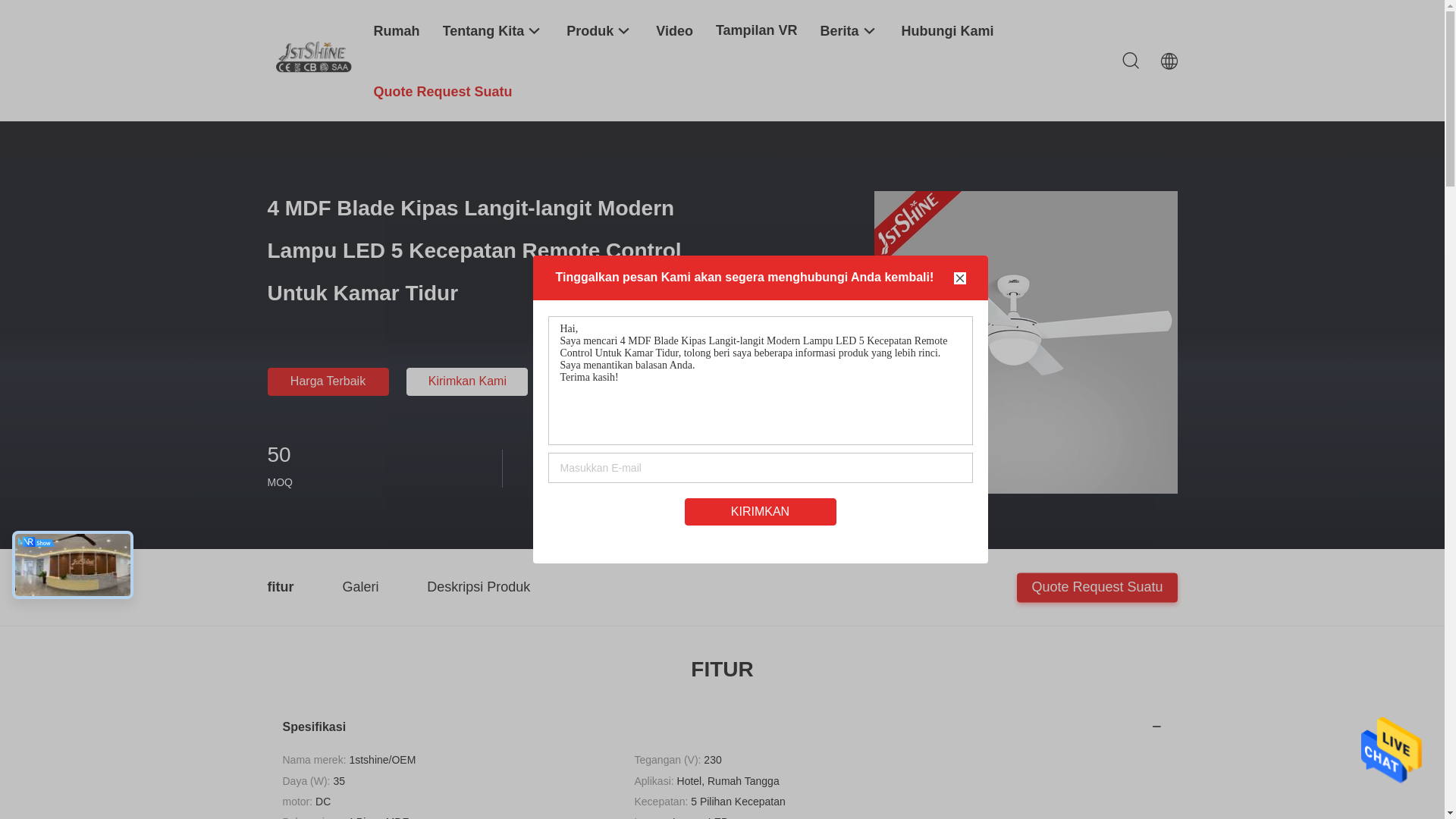  What do you see at coordinates (673, 30) in the screenshot?
I see `'Video'` at bounding box center [673, 30].